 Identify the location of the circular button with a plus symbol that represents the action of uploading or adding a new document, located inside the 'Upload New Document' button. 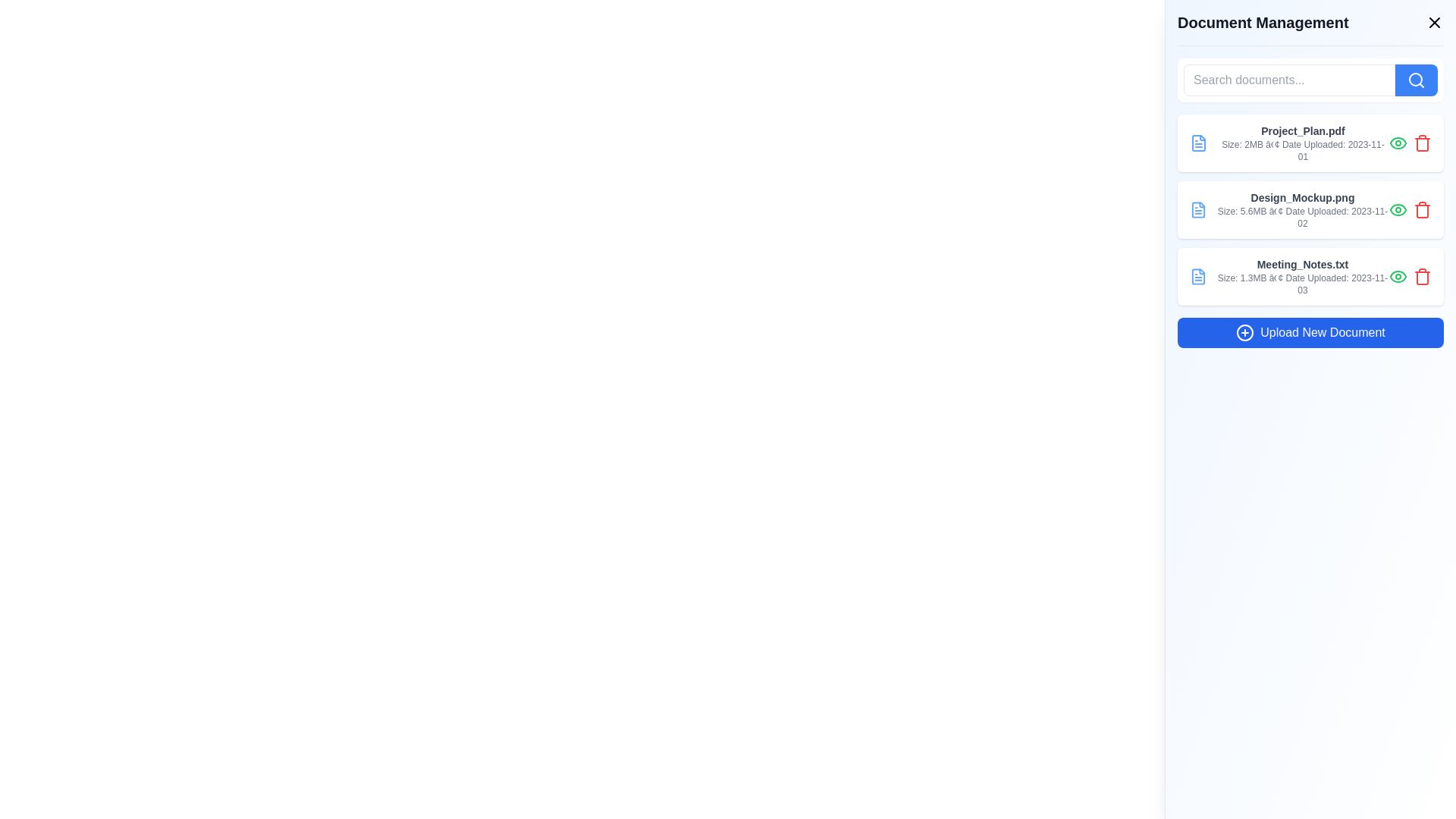
(1245, 332).